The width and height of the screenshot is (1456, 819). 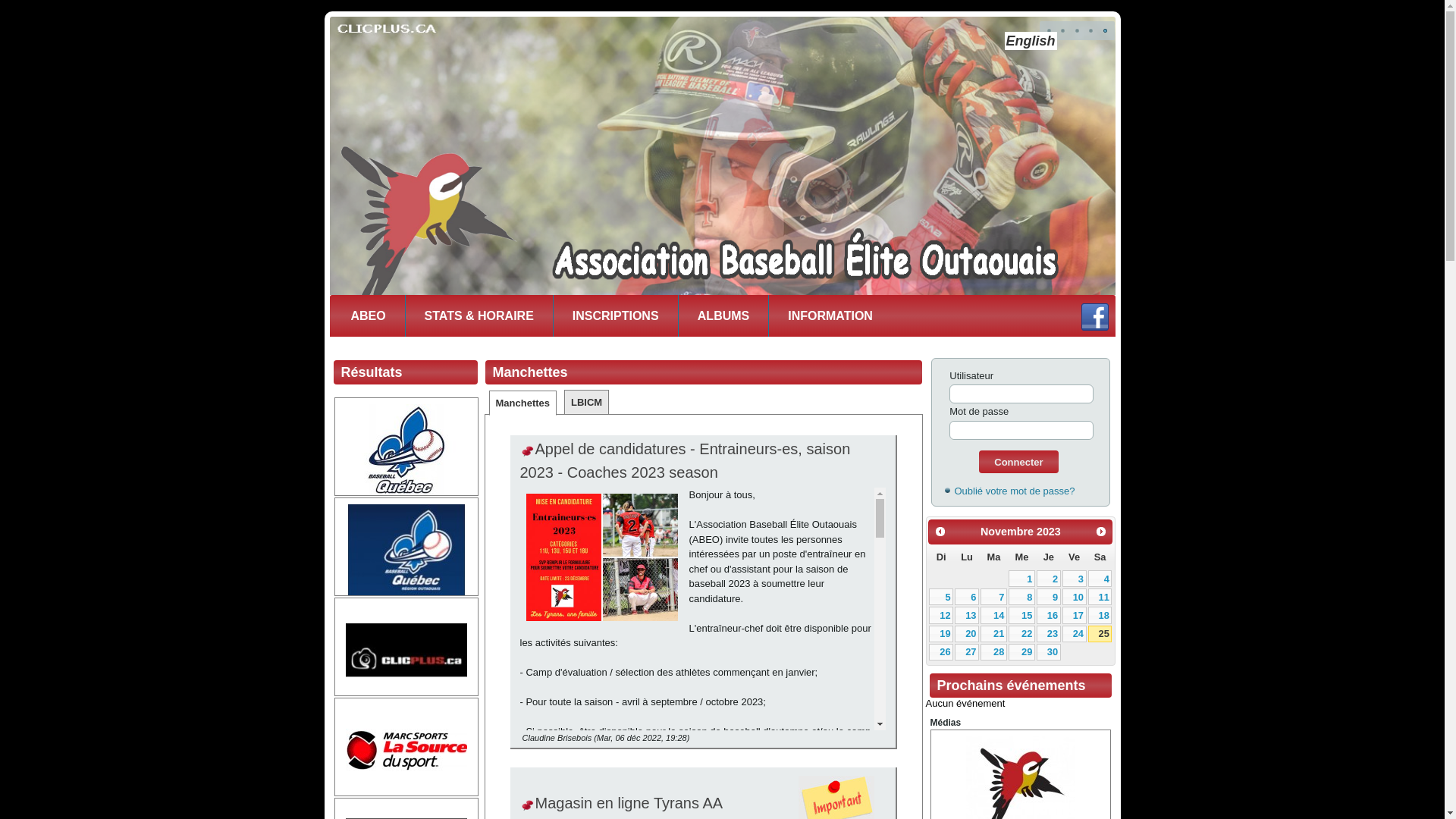 I want to click on '17', so click(x=1073, y=614).